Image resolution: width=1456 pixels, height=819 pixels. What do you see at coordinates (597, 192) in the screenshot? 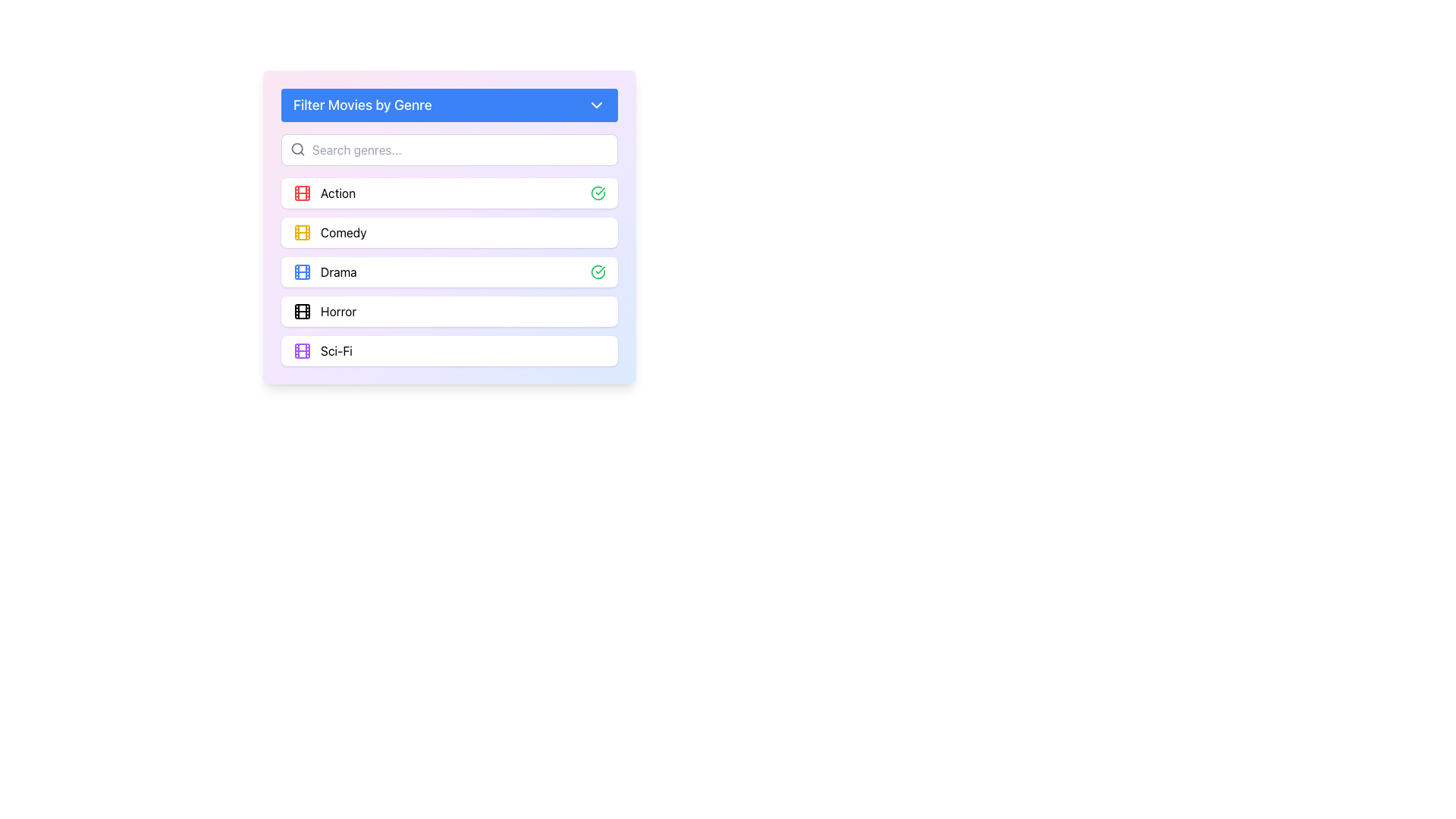
I see `the circular icon with a green outline and fill, located next to the text labeled 'Drama' in the third row from the top` at bounding box center [597, 192].